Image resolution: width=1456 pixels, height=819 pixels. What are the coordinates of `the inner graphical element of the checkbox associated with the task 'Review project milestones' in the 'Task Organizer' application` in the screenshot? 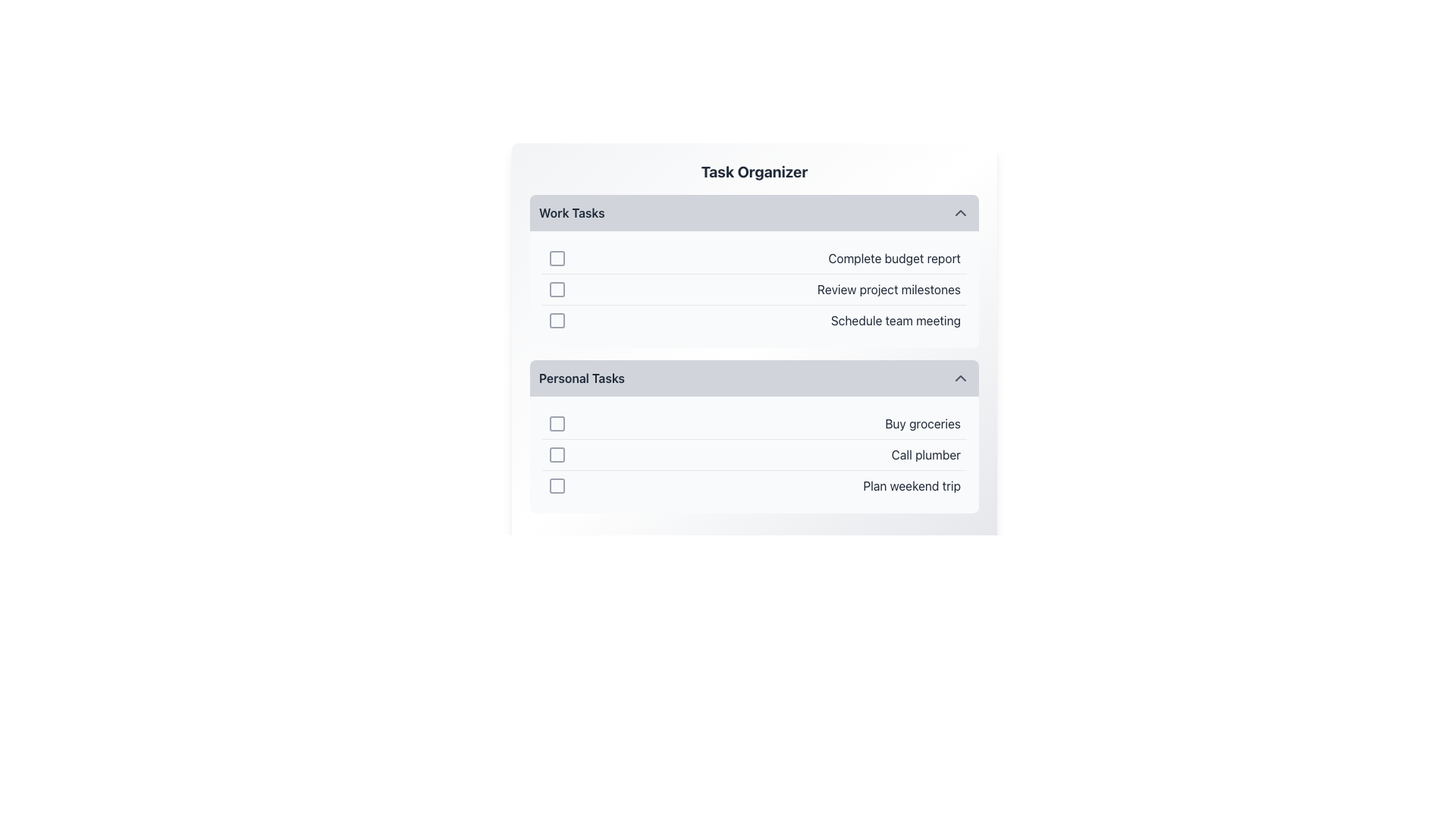 It's located at (556, 289).